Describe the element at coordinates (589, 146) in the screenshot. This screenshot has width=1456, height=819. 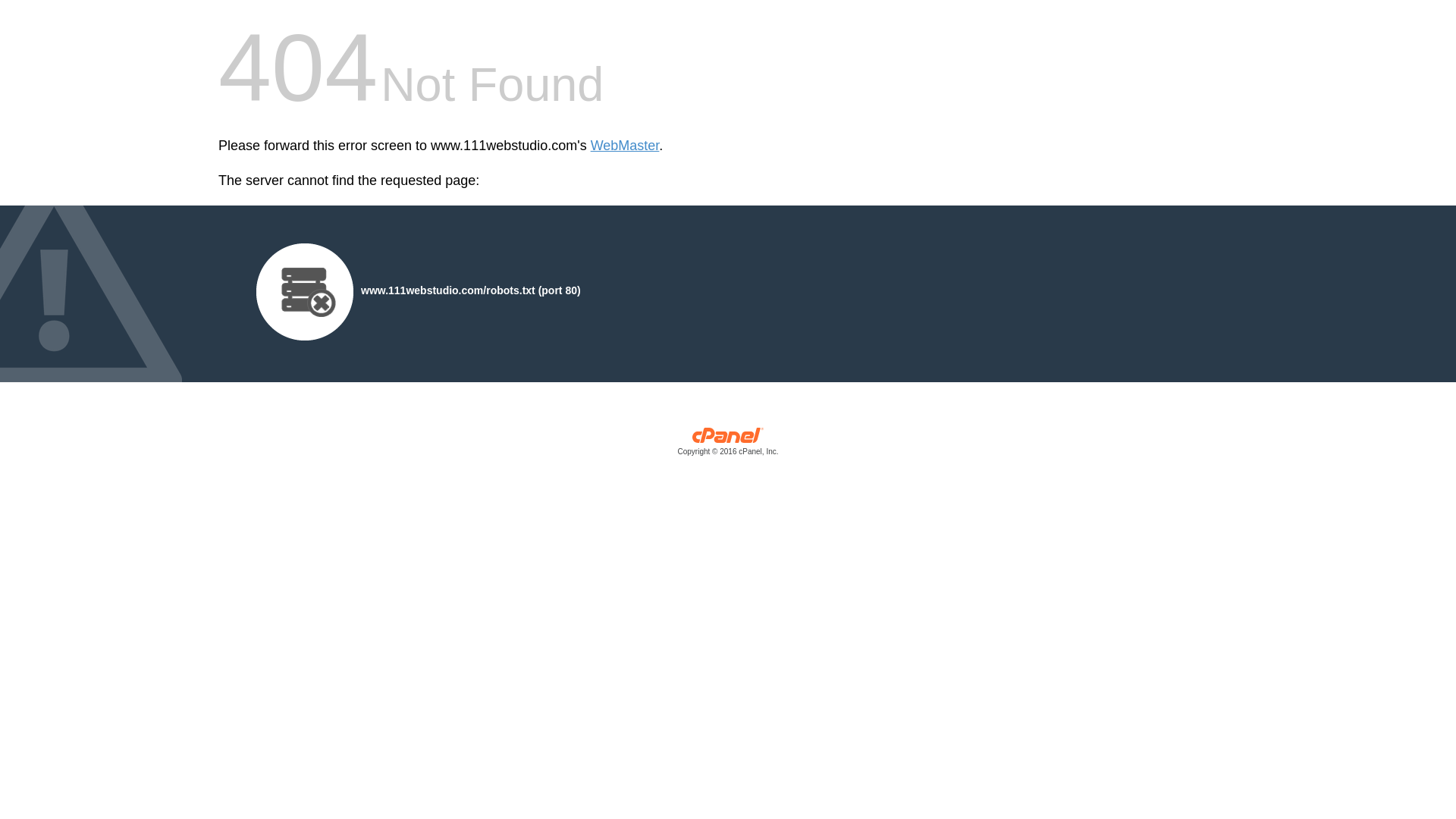
I see `'WebMaster'` at that location.